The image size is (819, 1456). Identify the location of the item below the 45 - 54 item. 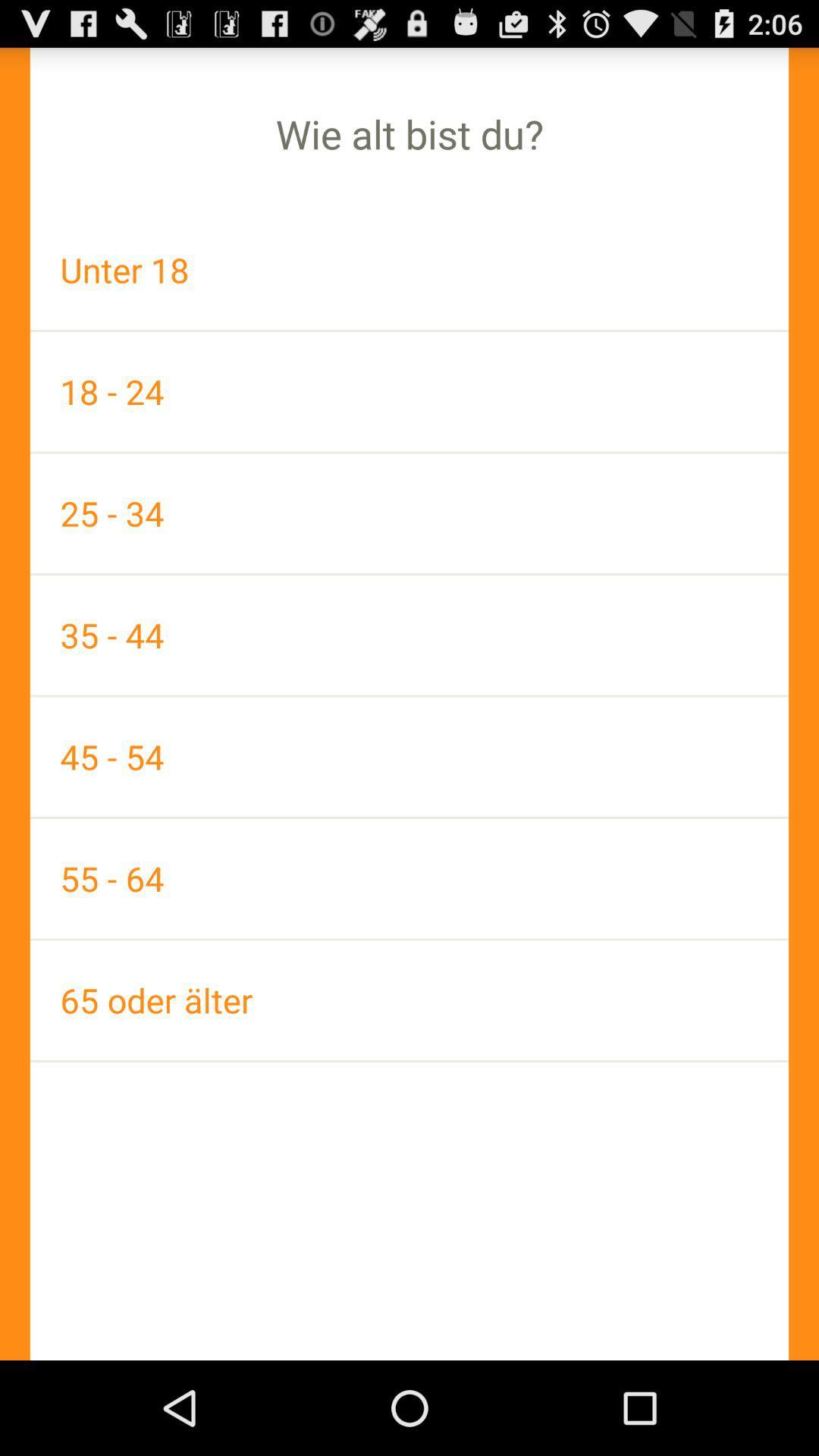
(409, 878).